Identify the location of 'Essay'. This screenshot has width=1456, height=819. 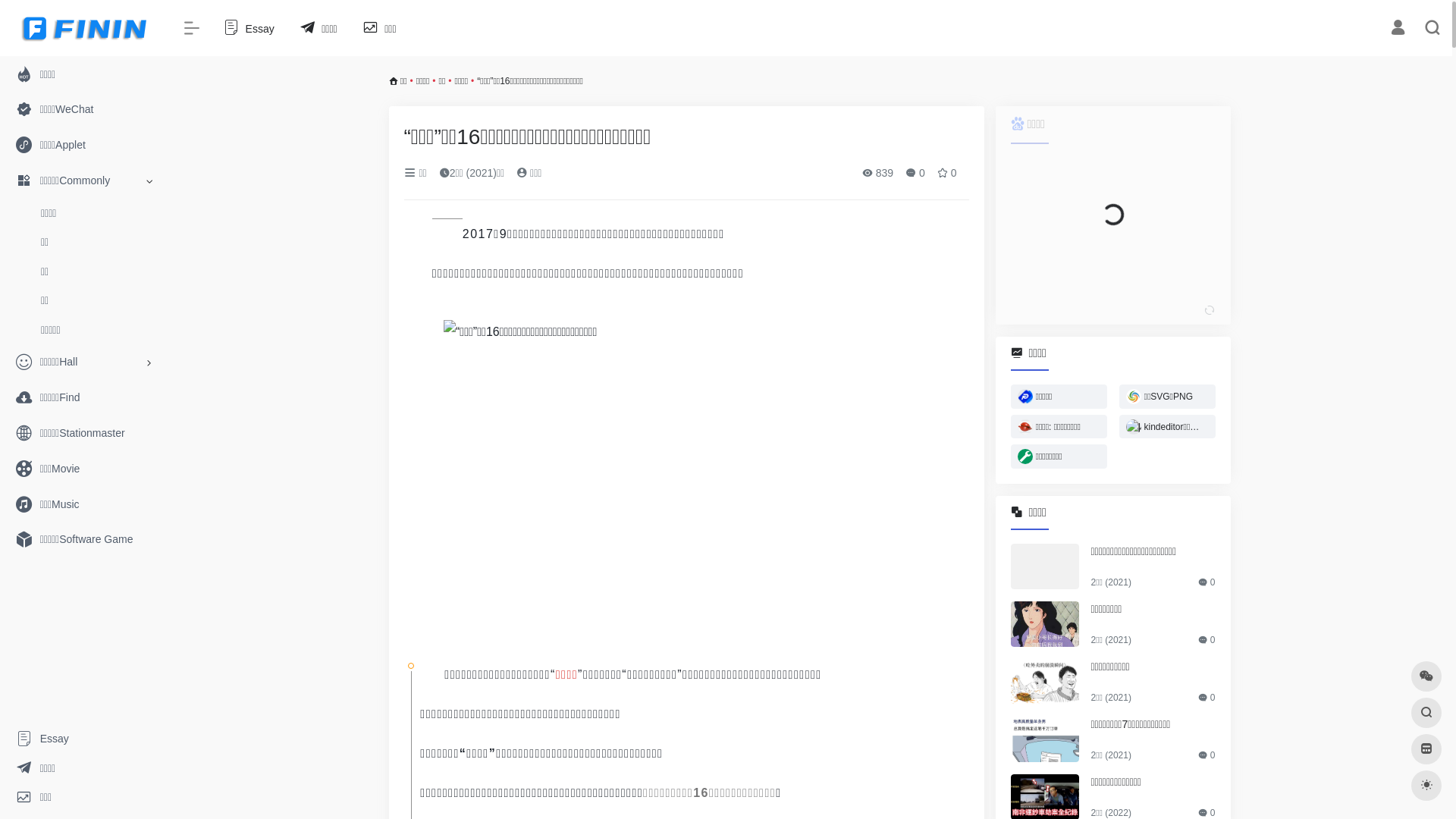
(247, 28).